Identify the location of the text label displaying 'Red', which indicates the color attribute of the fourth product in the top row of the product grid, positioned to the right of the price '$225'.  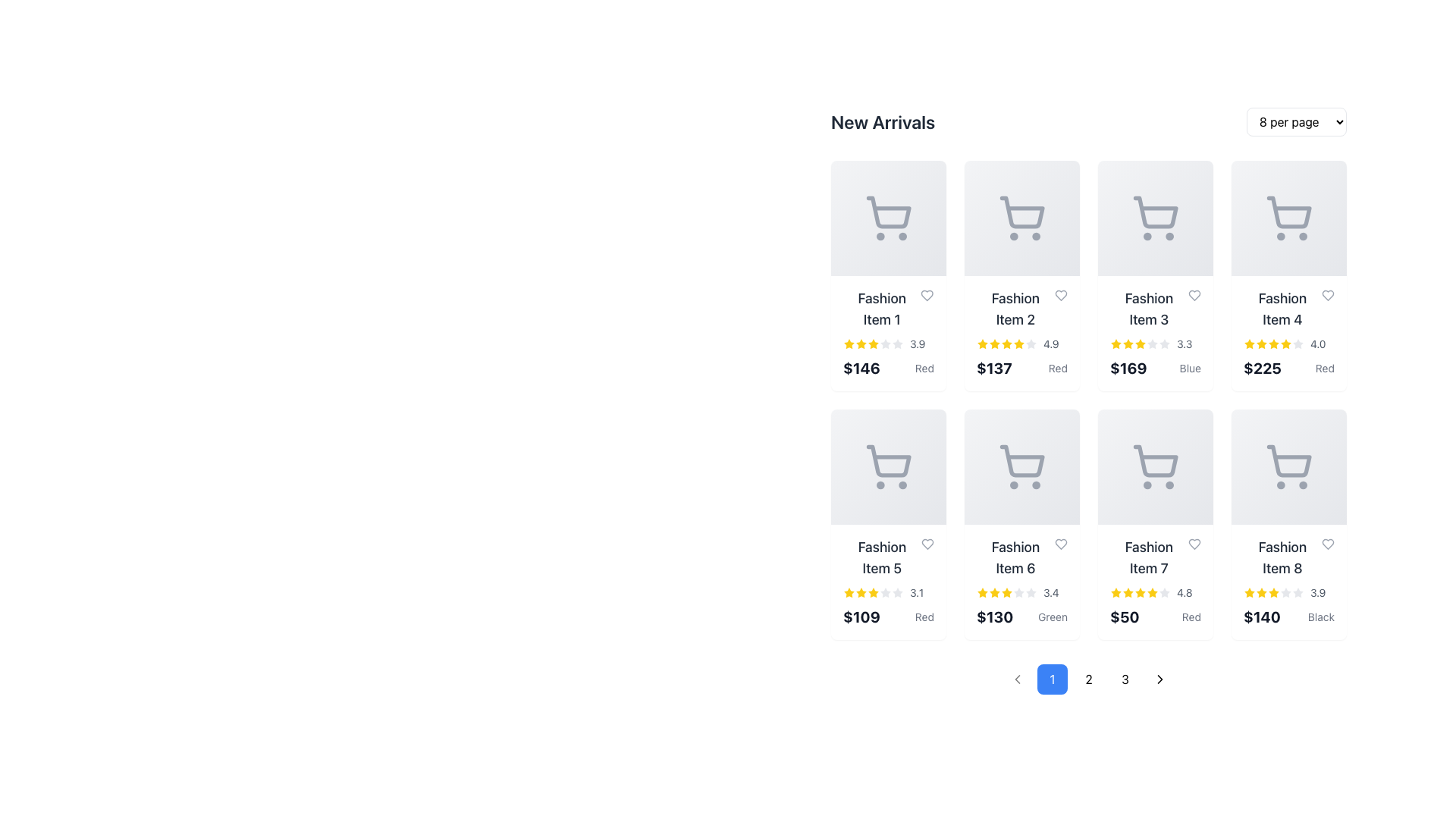
(1324, 369).